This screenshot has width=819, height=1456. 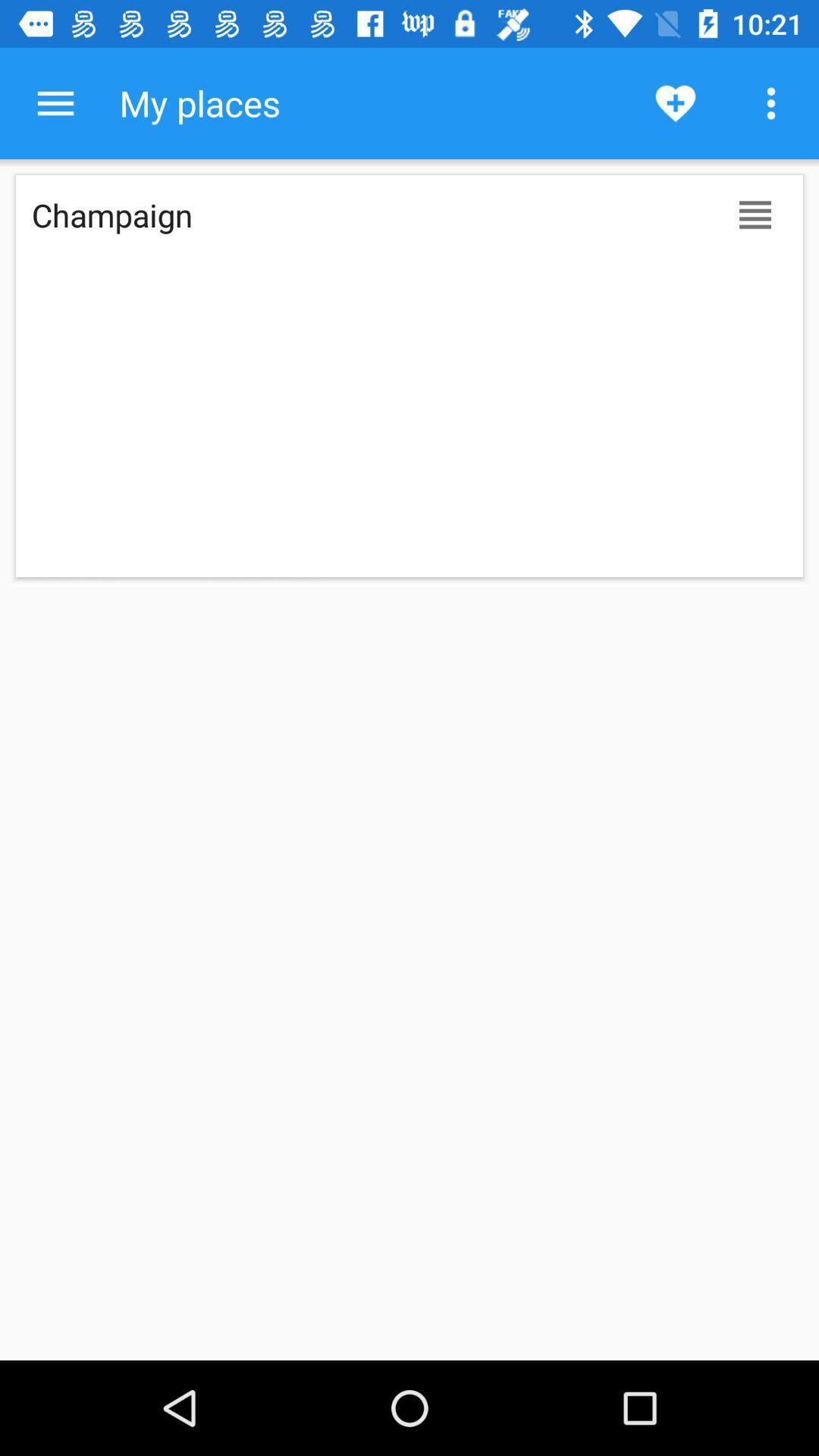 I want to click on help section, so click(x=55, y=102).